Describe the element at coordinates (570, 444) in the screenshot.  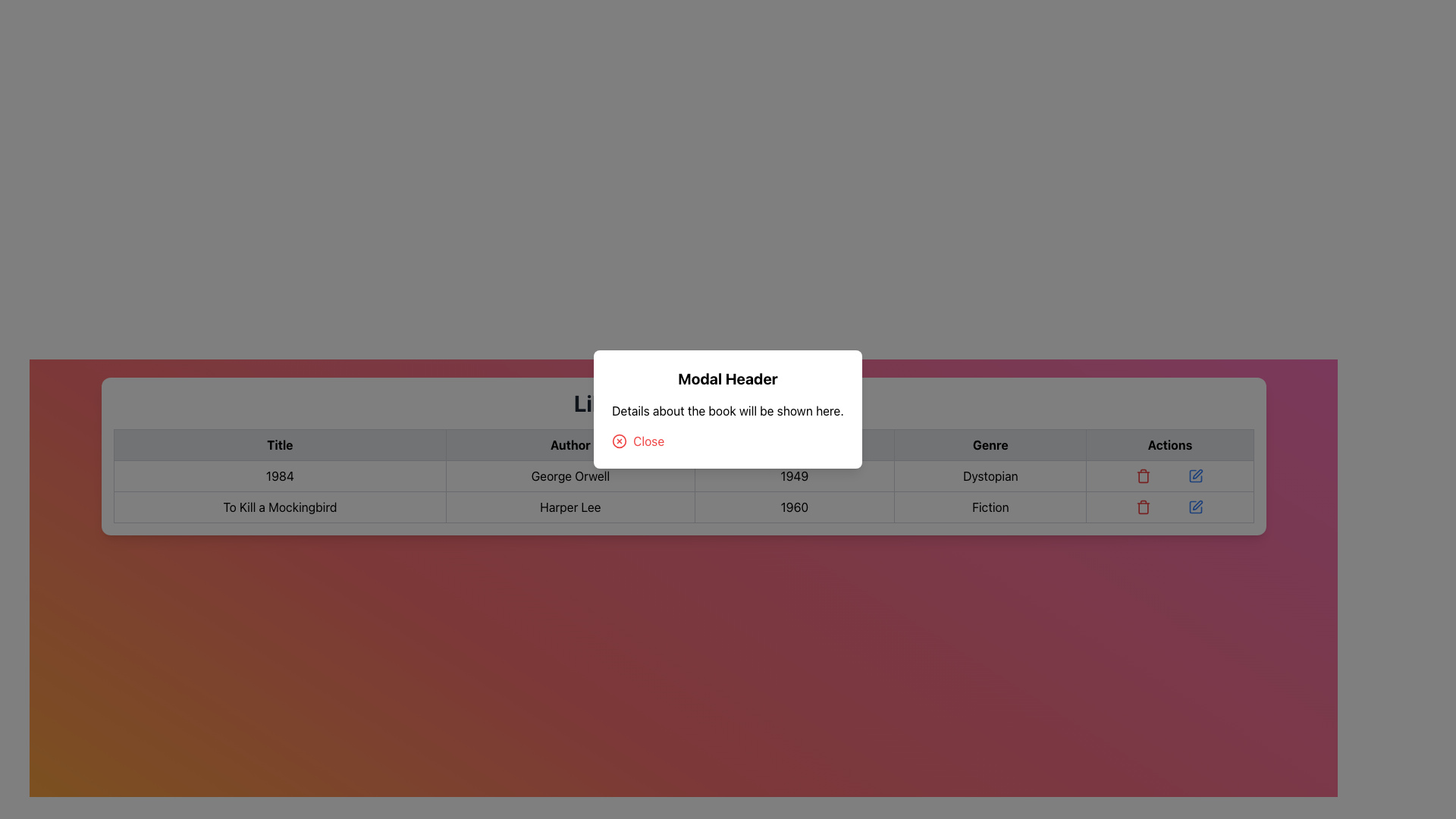
I see `the table header labeled 'Author', which is styled with a gray background and black text, positioned between the 'Title' and 'Published' headers` at that location.